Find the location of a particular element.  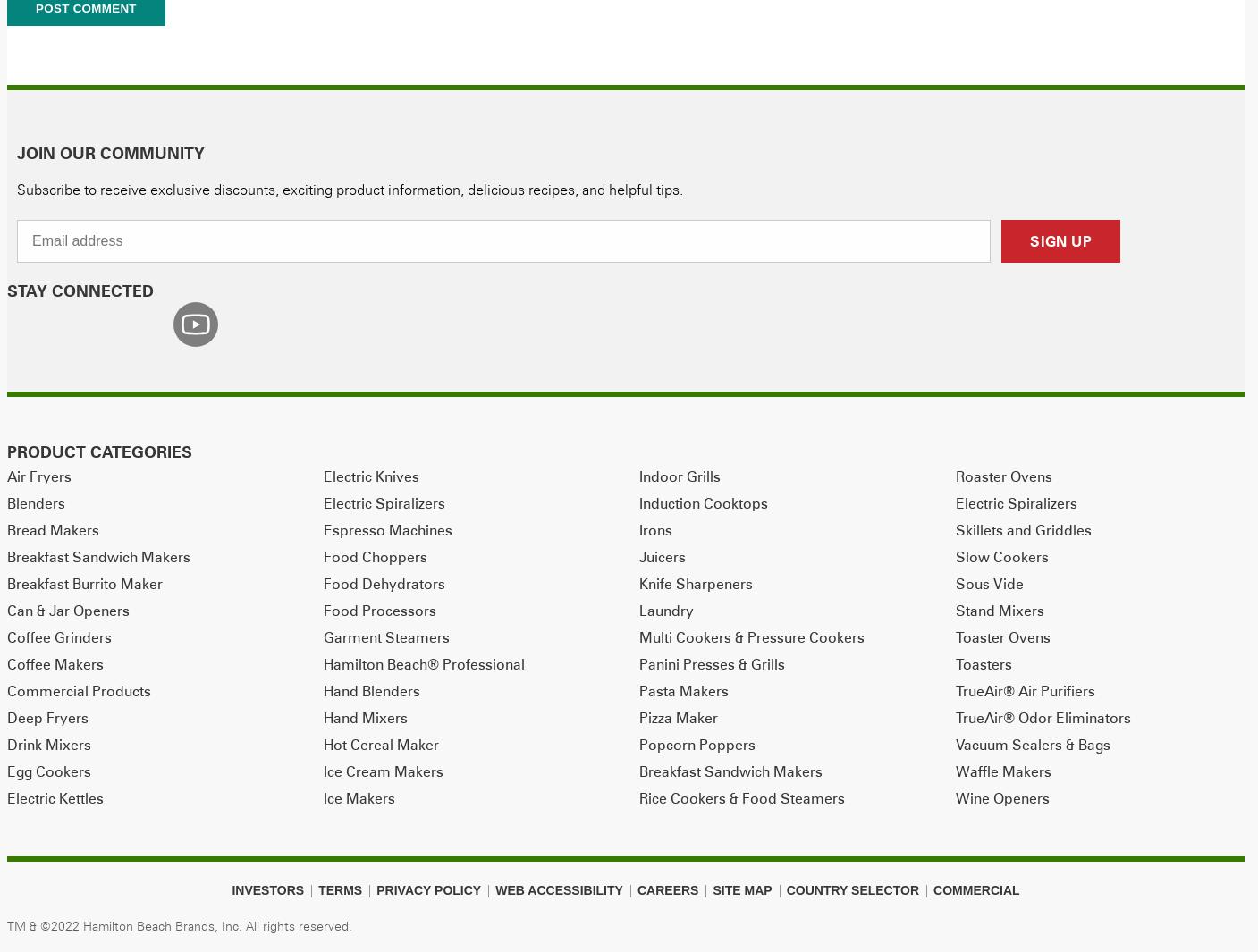

'Induction Cooktops' is located at coordinates (703, 501).